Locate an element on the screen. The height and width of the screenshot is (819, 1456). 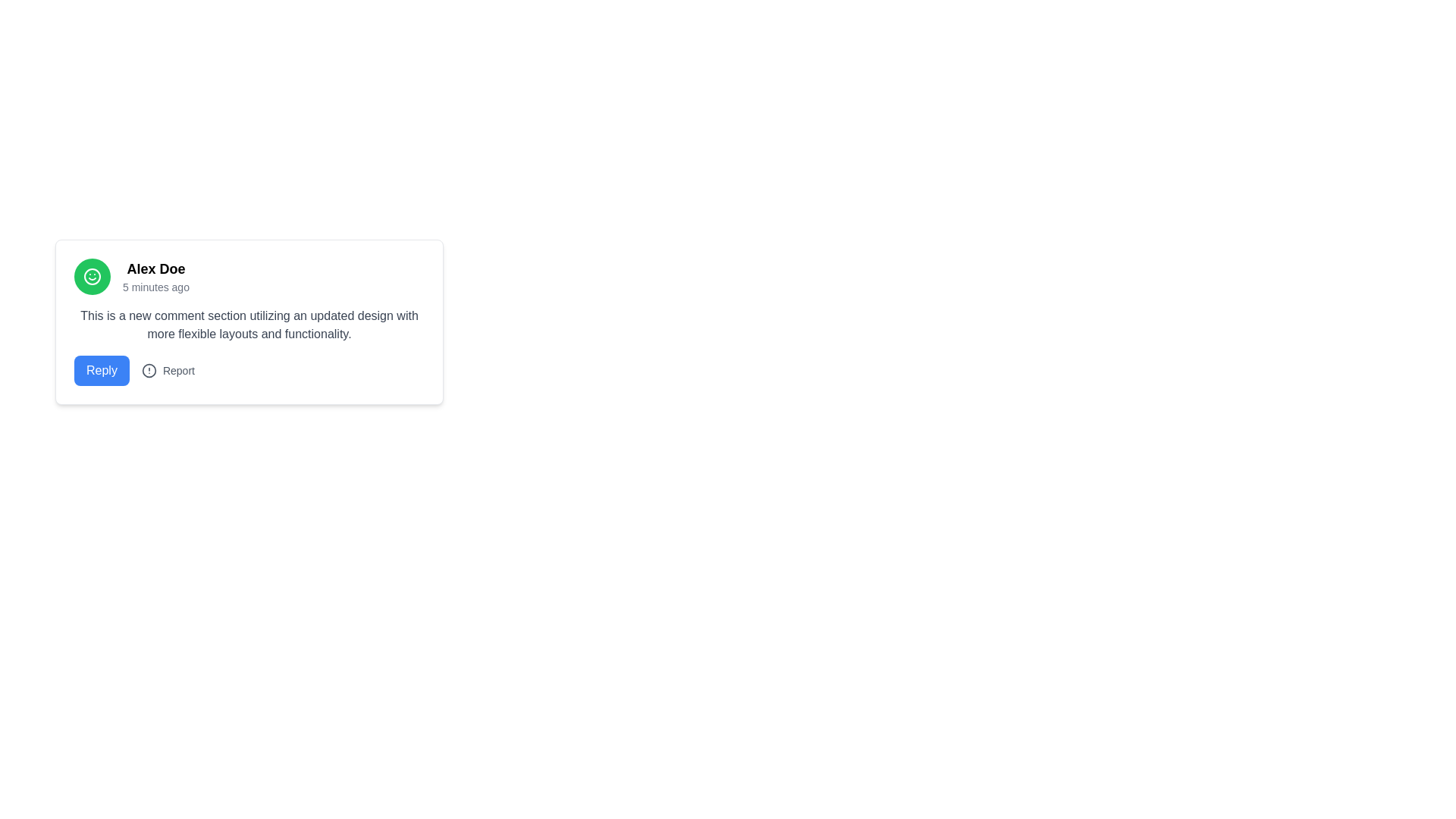
the 'Reply' button with a blue background and white text is located at coordinates (101, 371).